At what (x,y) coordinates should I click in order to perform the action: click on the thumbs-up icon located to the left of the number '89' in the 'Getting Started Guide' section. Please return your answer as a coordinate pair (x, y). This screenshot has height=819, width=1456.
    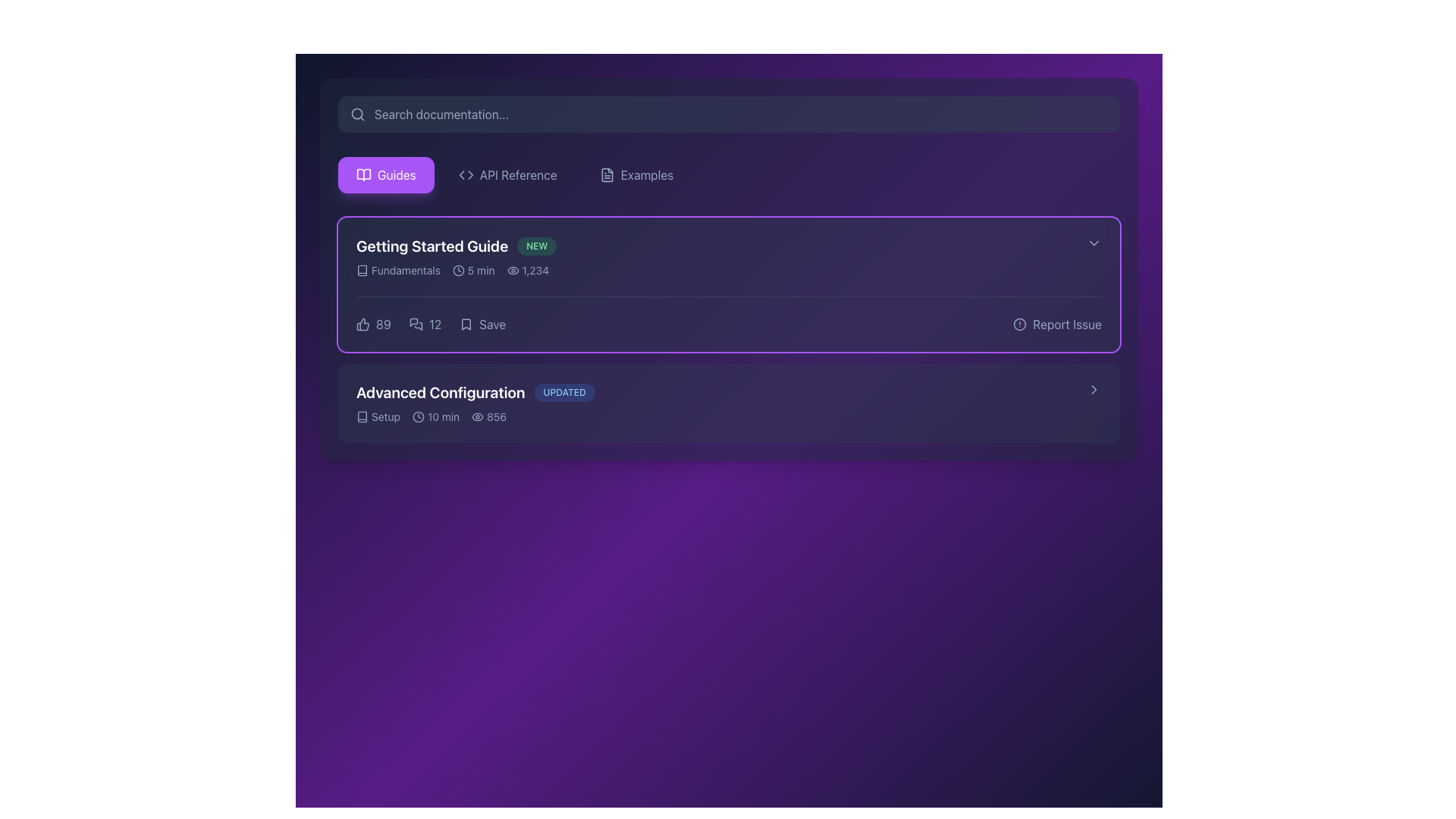
    Looking at the image, I should click on (362, 324).